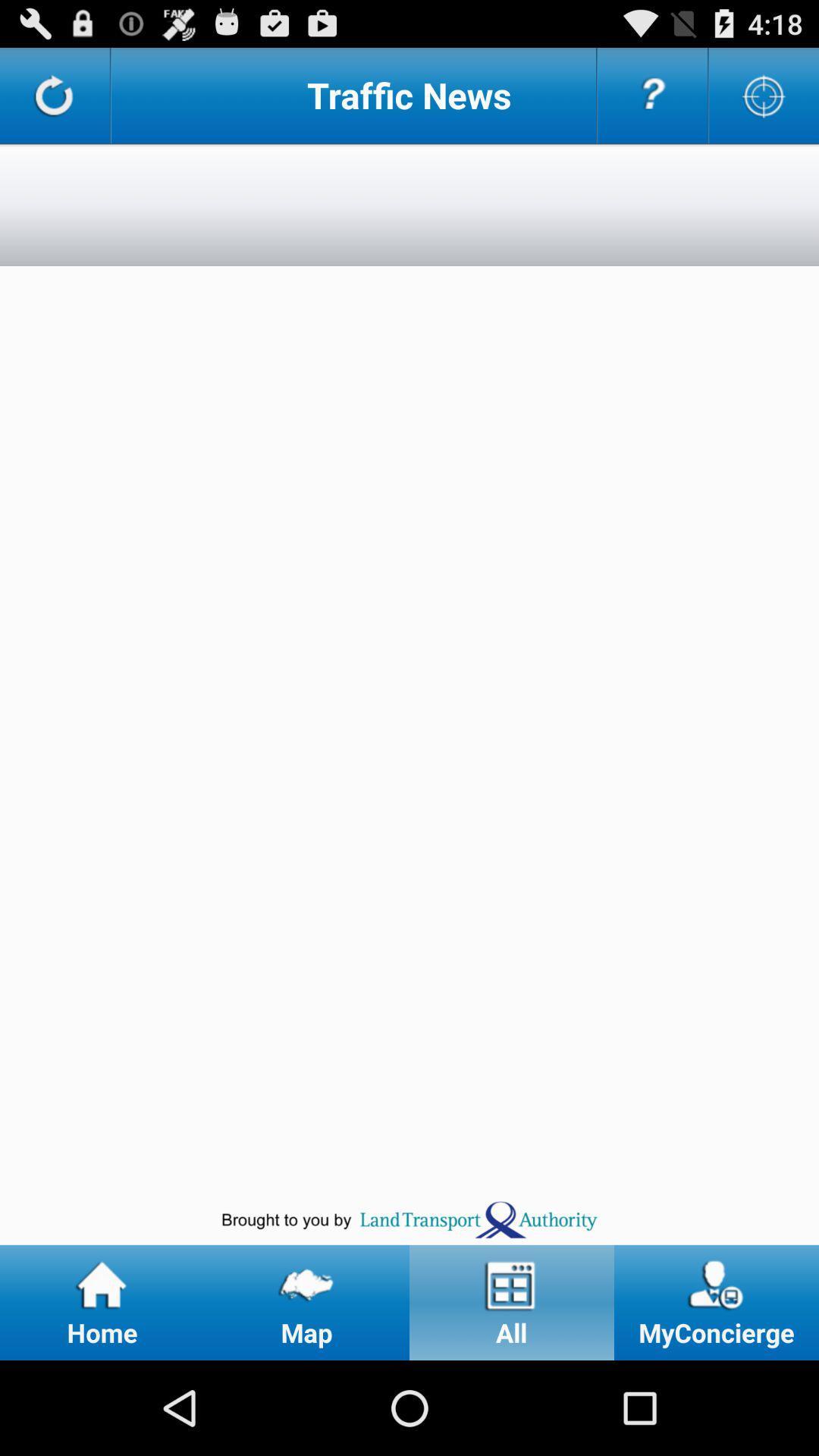  Describe the element at coordinates (54, 101) in the screenshot. I see `the refresh icon` at that location.